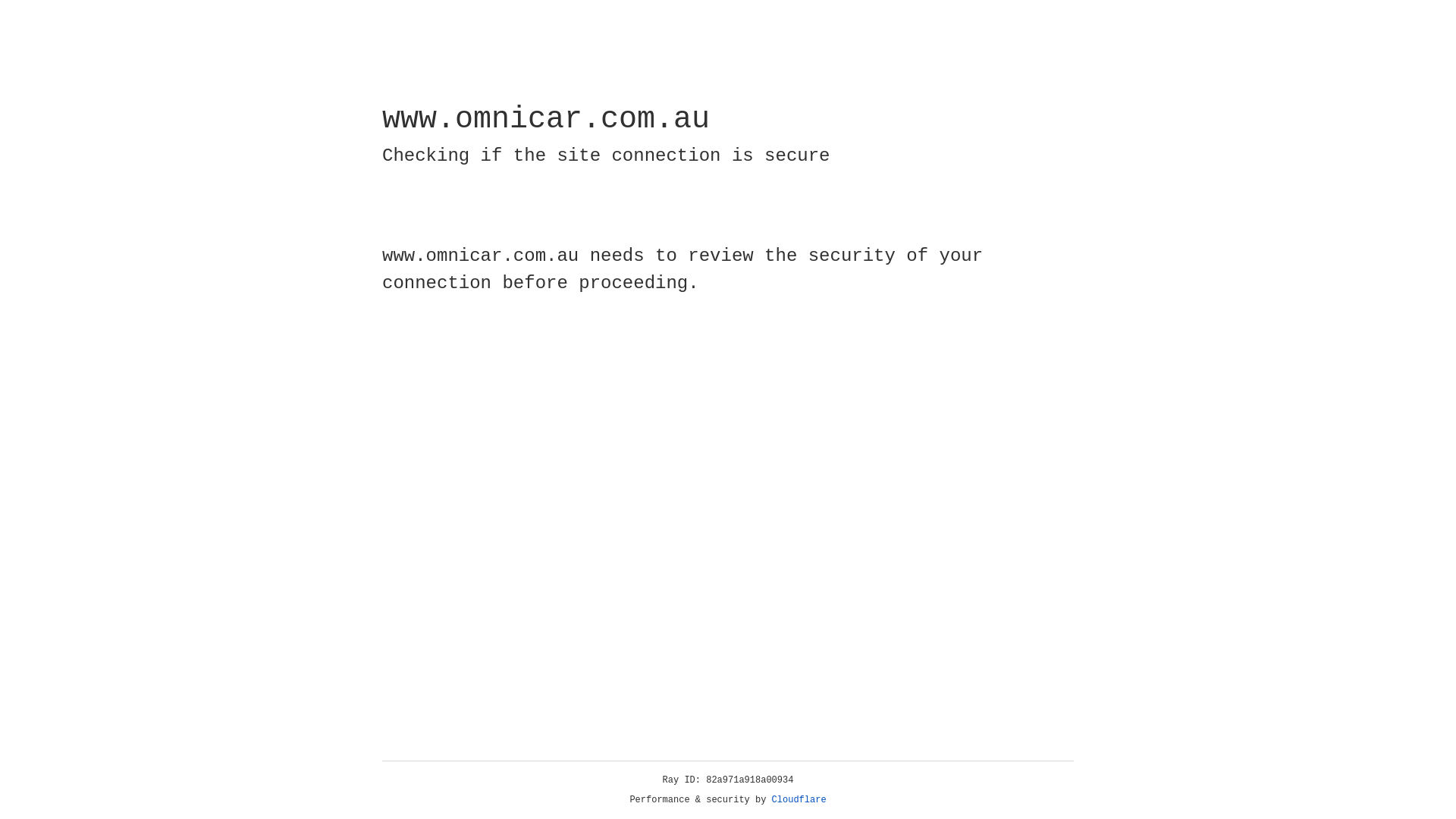 Image resolution: width=1456 pixels, height=819 pixels. Describe the element at coordinates (799, 799) in the screenshot. I see `'Cloudflare'` at that location.